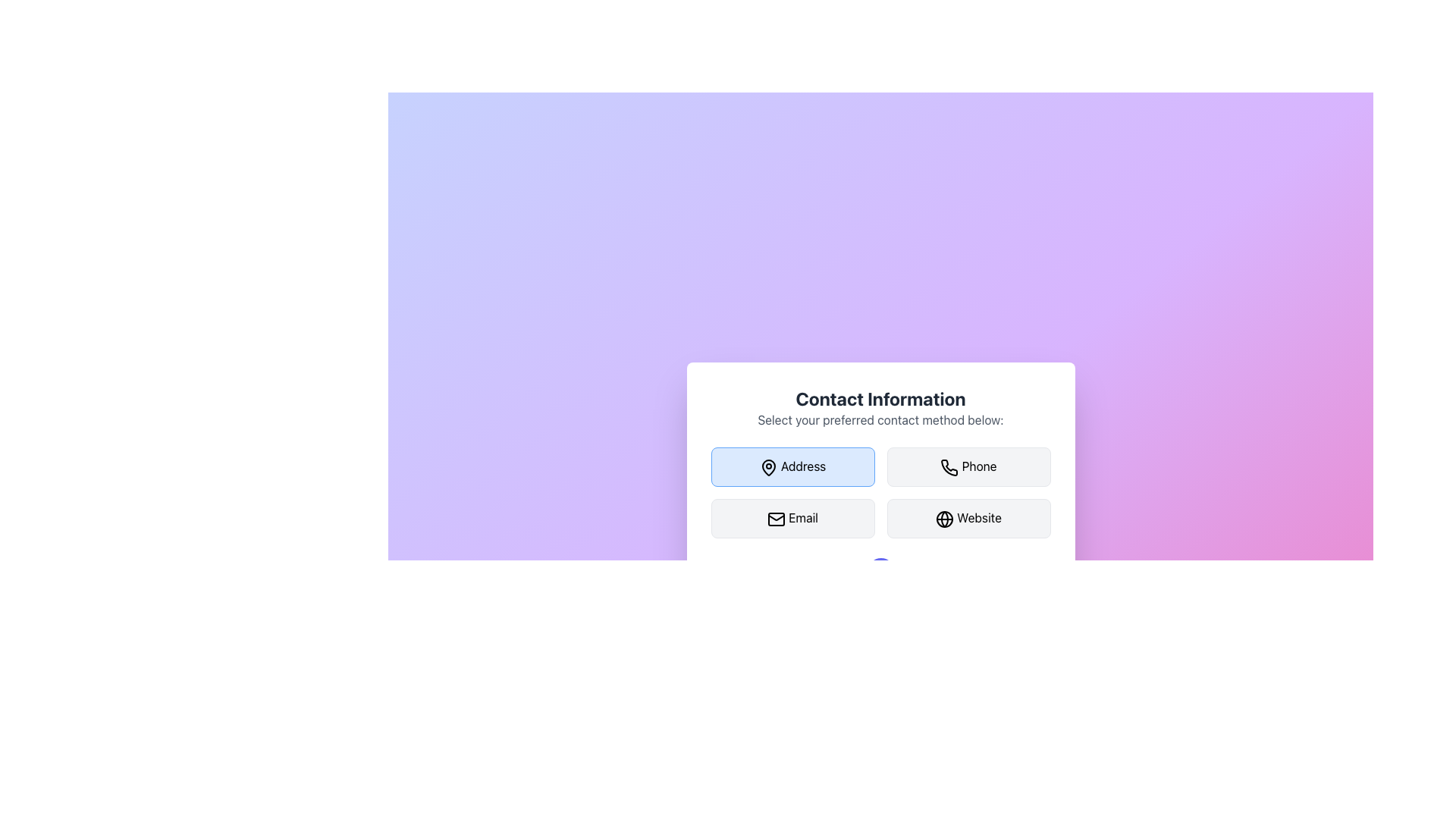  I want to click on the location pin icon that represents the 'Address' button, positioned within the button layout under 'Contact Information', so click(768, 467).